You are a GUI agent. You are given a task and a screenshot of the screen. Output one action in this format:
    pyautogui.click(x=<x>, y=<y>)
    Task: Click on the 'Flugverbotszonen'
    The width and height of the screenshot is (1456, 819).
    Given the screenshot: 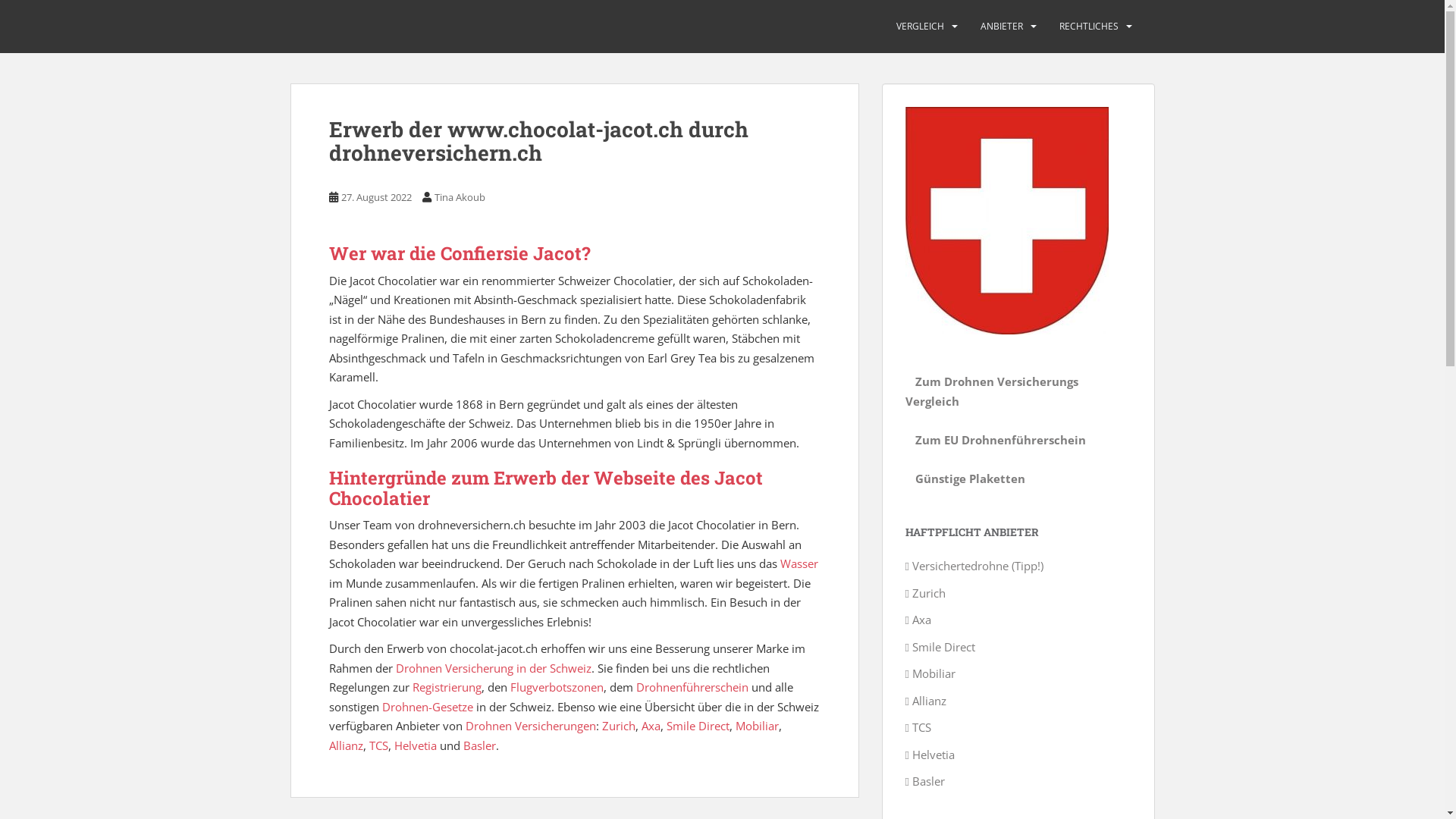 What is the action you would take?
    pyautogui.click(x=555, y=687)
    